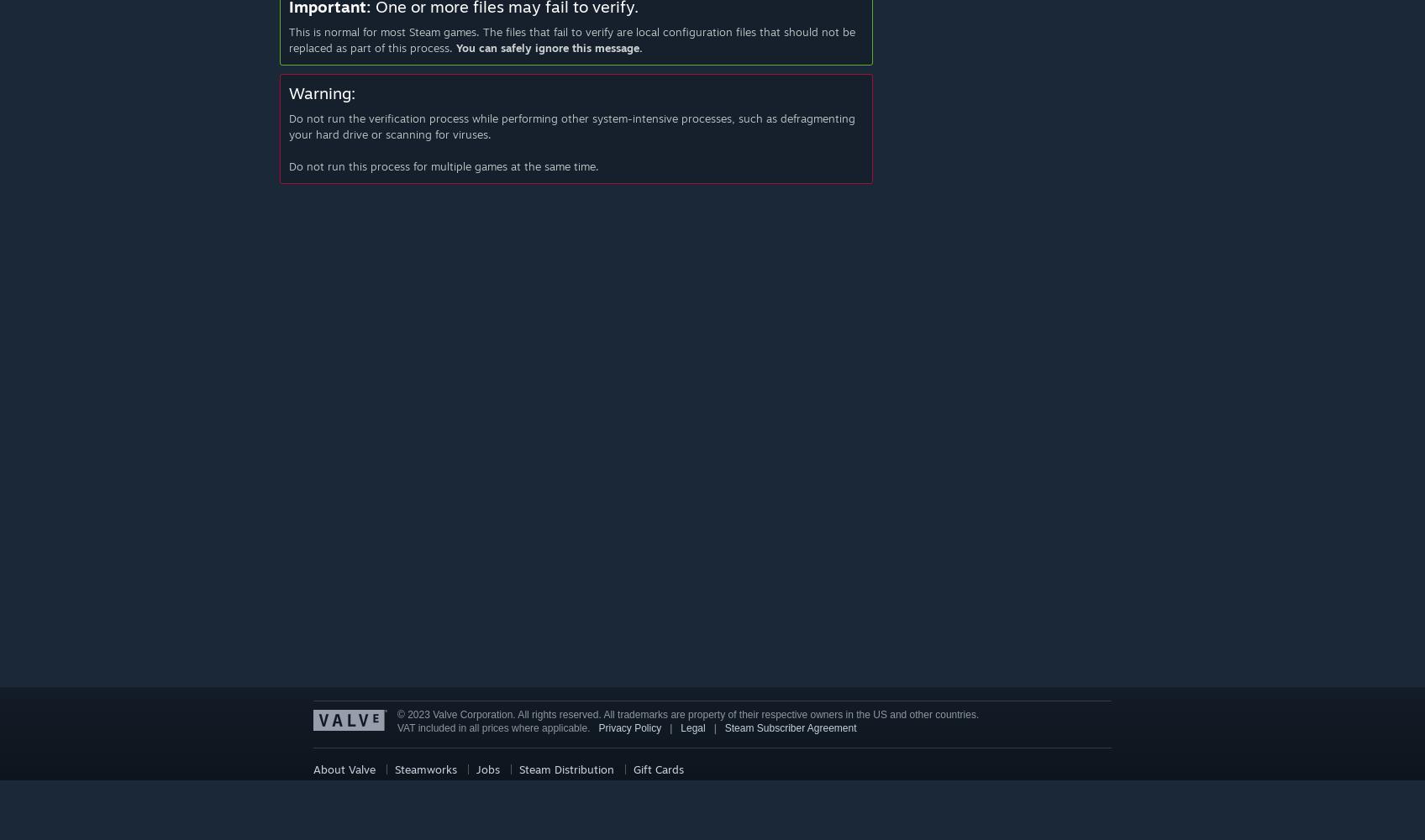  Describe the element at coordinates (571, 39) in the screenshot. I see `'This is normal for most Steam games. The files that fail to verify are local configuration files that should not be replaced as part of this process.'` at that location.